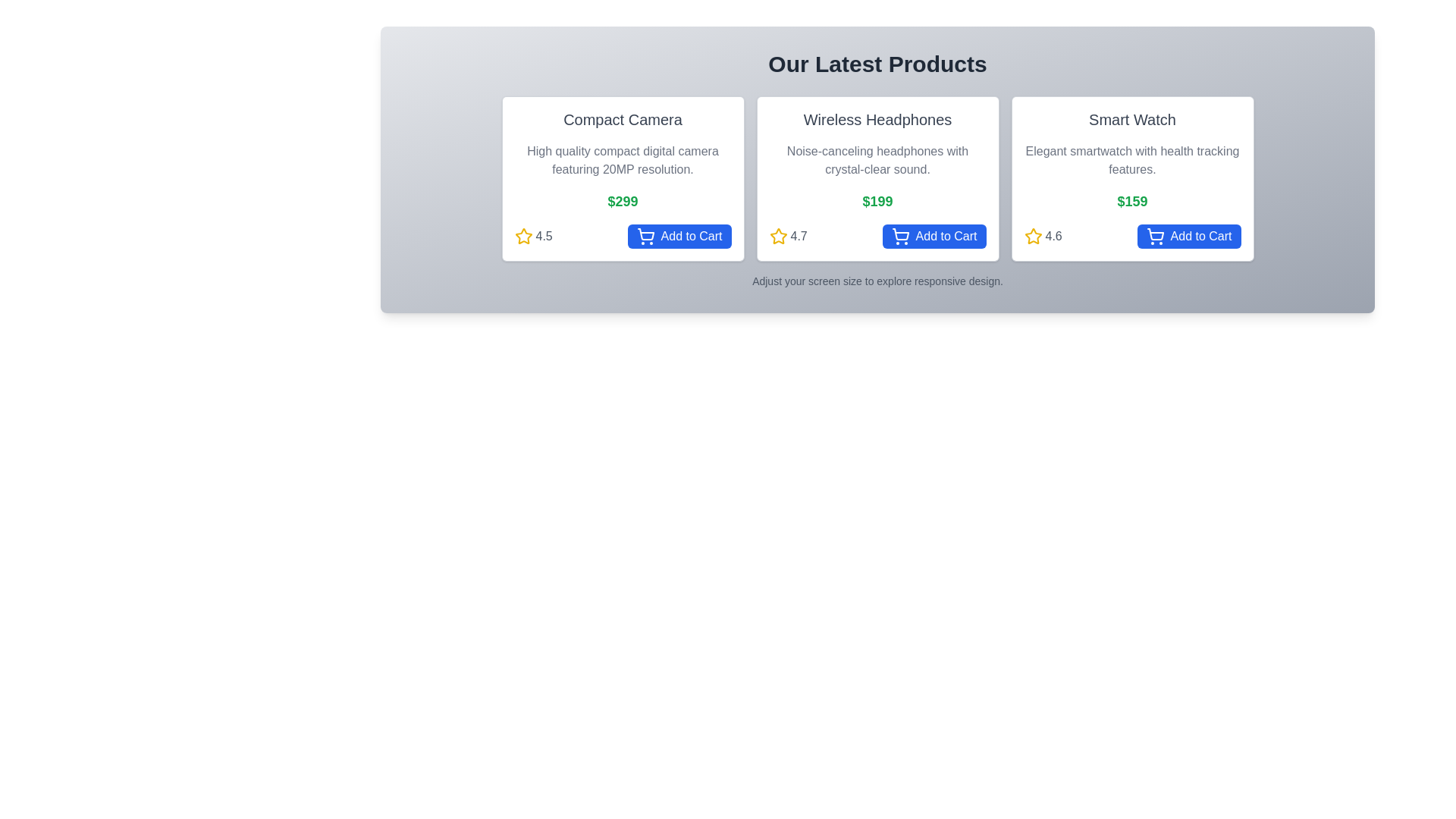 The width and height of the screenshot is (1456, 819). What do you see at coordinates (1042, 237) in the screenshot?
I see `the product rating element, which consists of a star graphic and numeric feedback value, located in the third card above the 'Add to Cart' button and under the price text ($159)` at bounding box center [1042, 237].